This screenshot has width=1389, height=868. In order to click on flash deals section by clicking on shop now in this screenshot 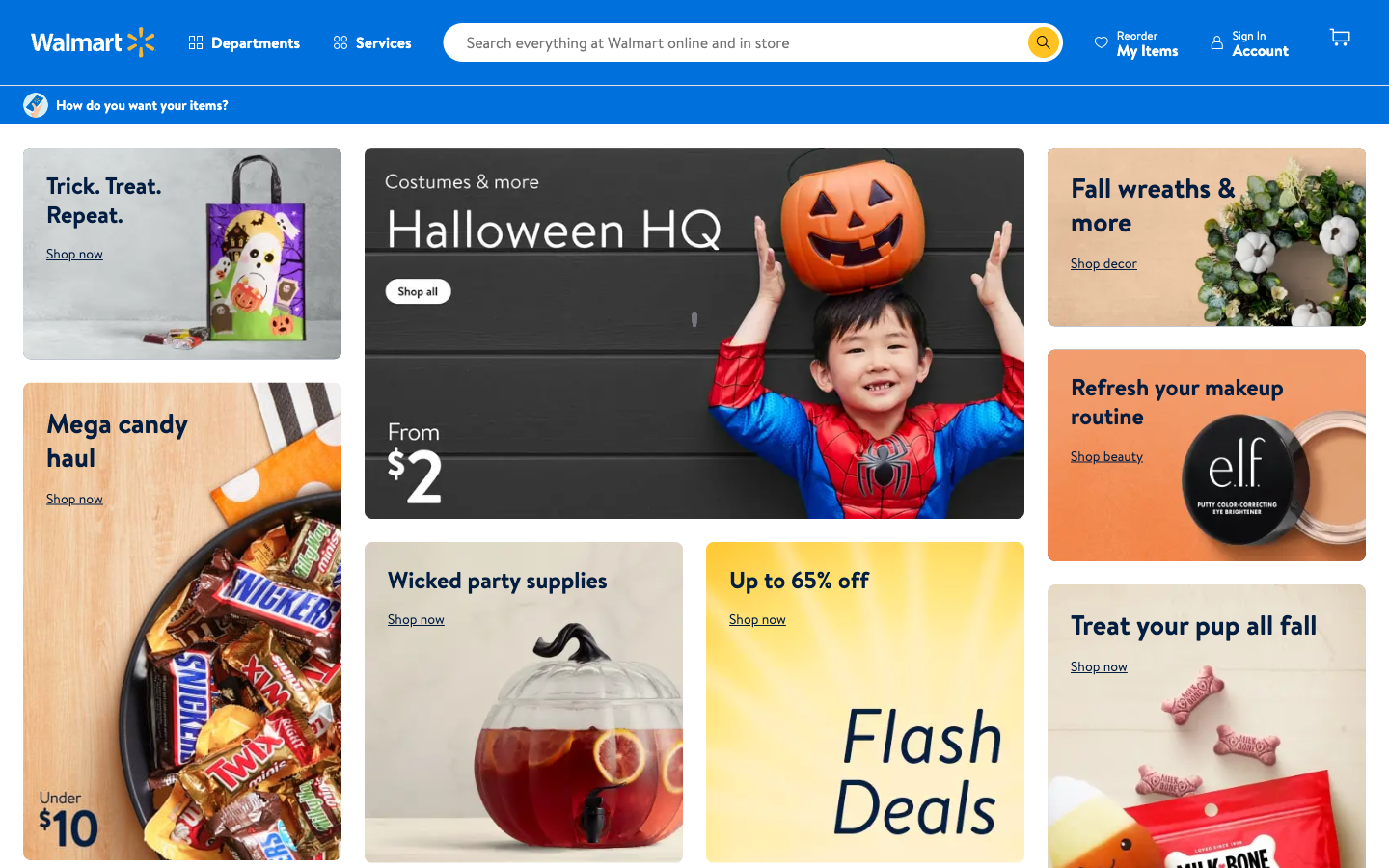, I will do `click(757, 618)`.